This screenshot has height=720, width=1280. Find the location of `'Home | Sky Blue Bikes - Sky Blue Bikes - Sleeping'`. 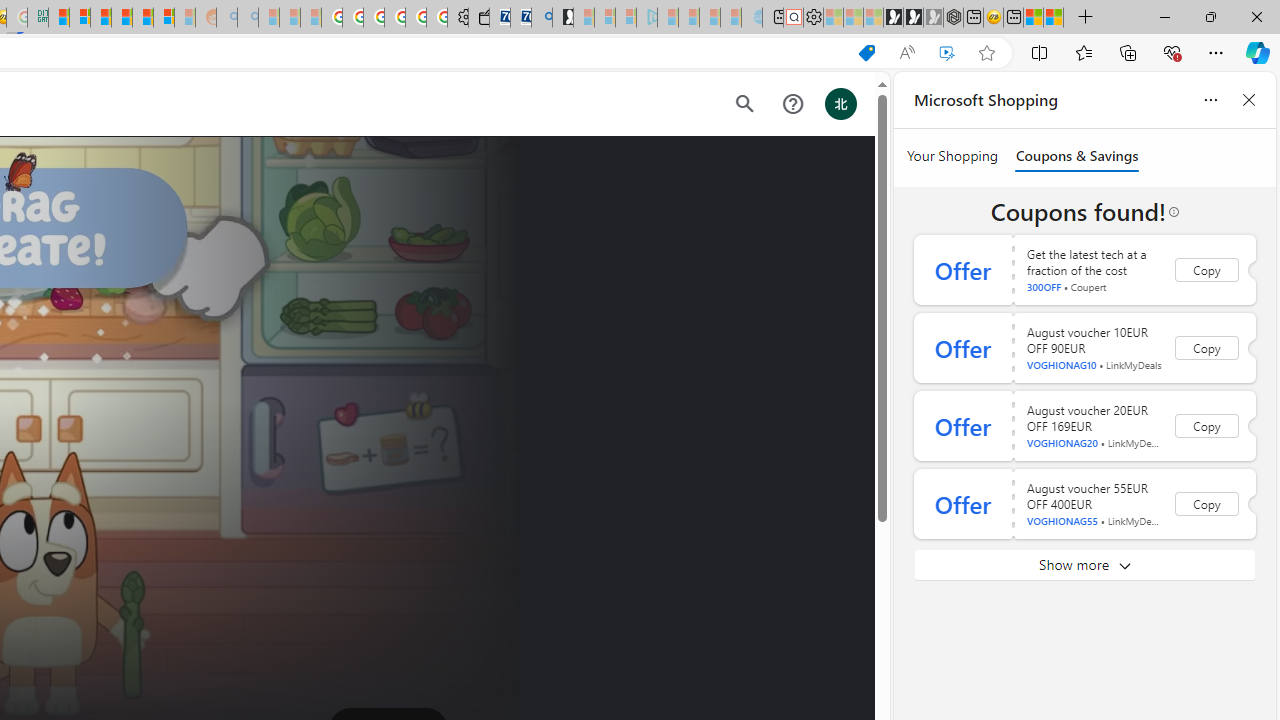

'Home | Sky Blue Bikes - Sky Blue Bikes - Sleeping' is located at coordinates (751, 17).